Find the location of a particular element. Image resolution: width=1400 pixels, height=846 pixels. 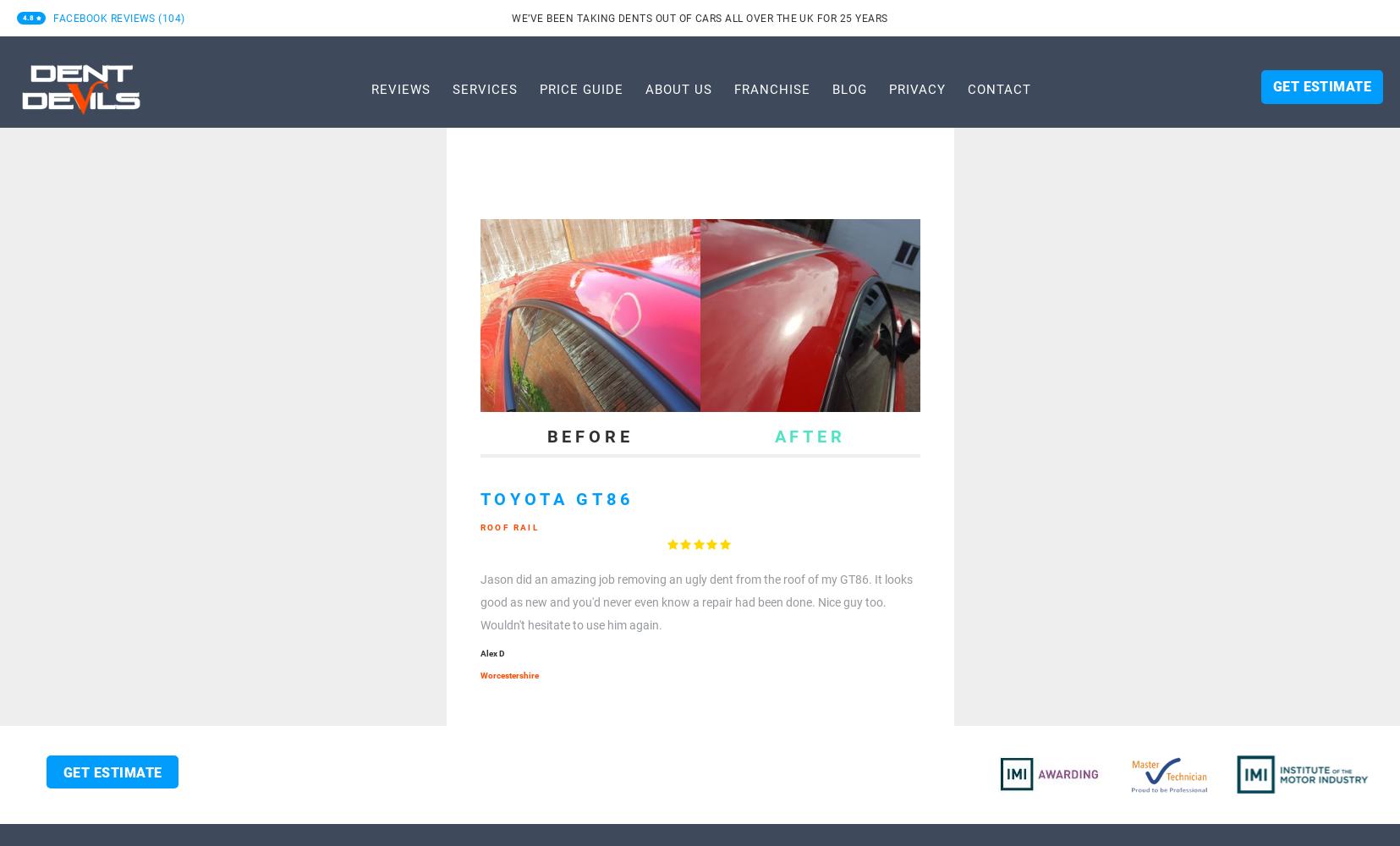

'Privacy' is located at coordinates (887, 88).